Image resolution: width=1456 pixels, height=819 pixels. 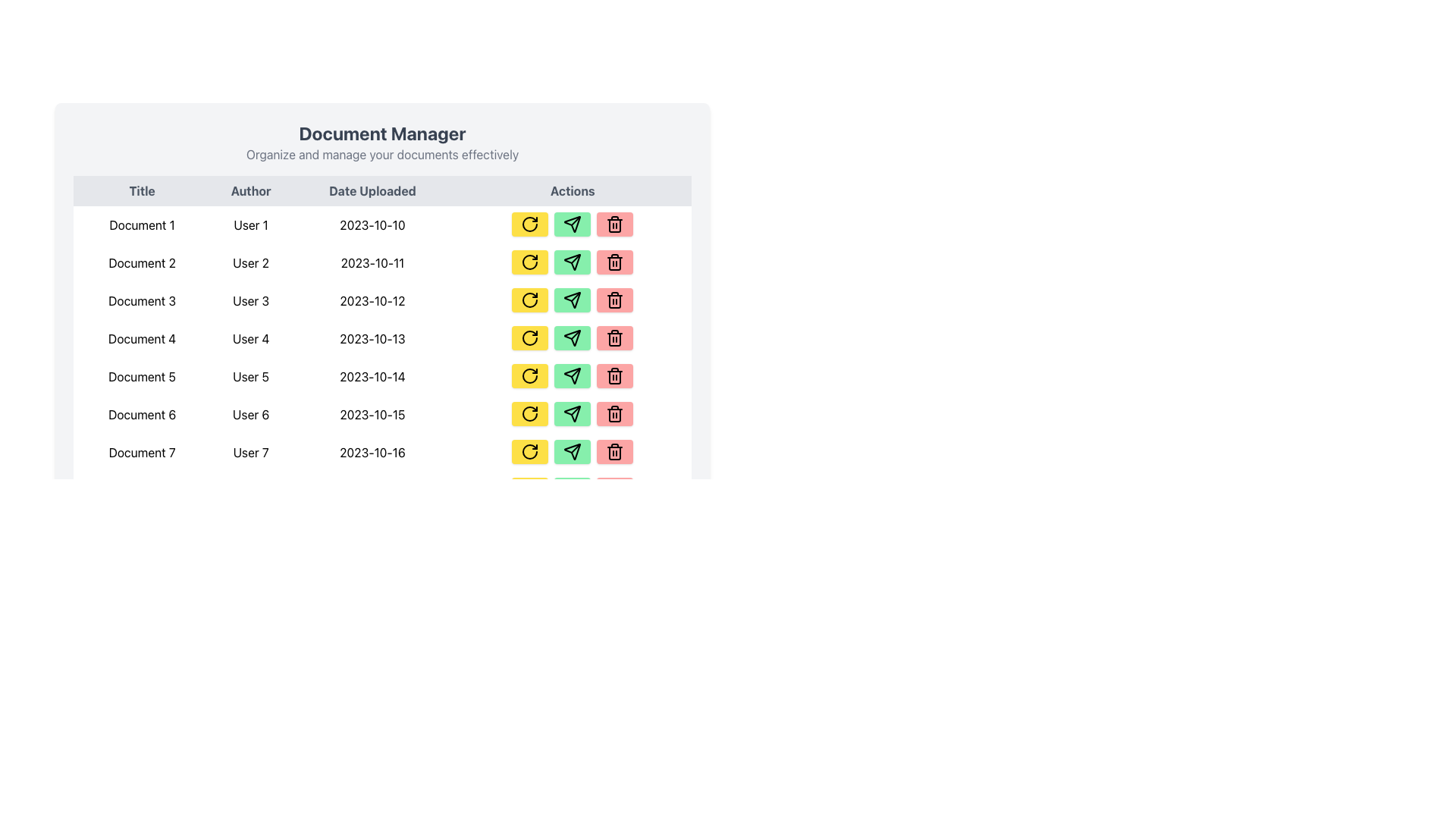 I want to click on the red rectangular button with a trash bin icon located in the 'Actions' column for 'Document 6', so click(x=615, y=414).